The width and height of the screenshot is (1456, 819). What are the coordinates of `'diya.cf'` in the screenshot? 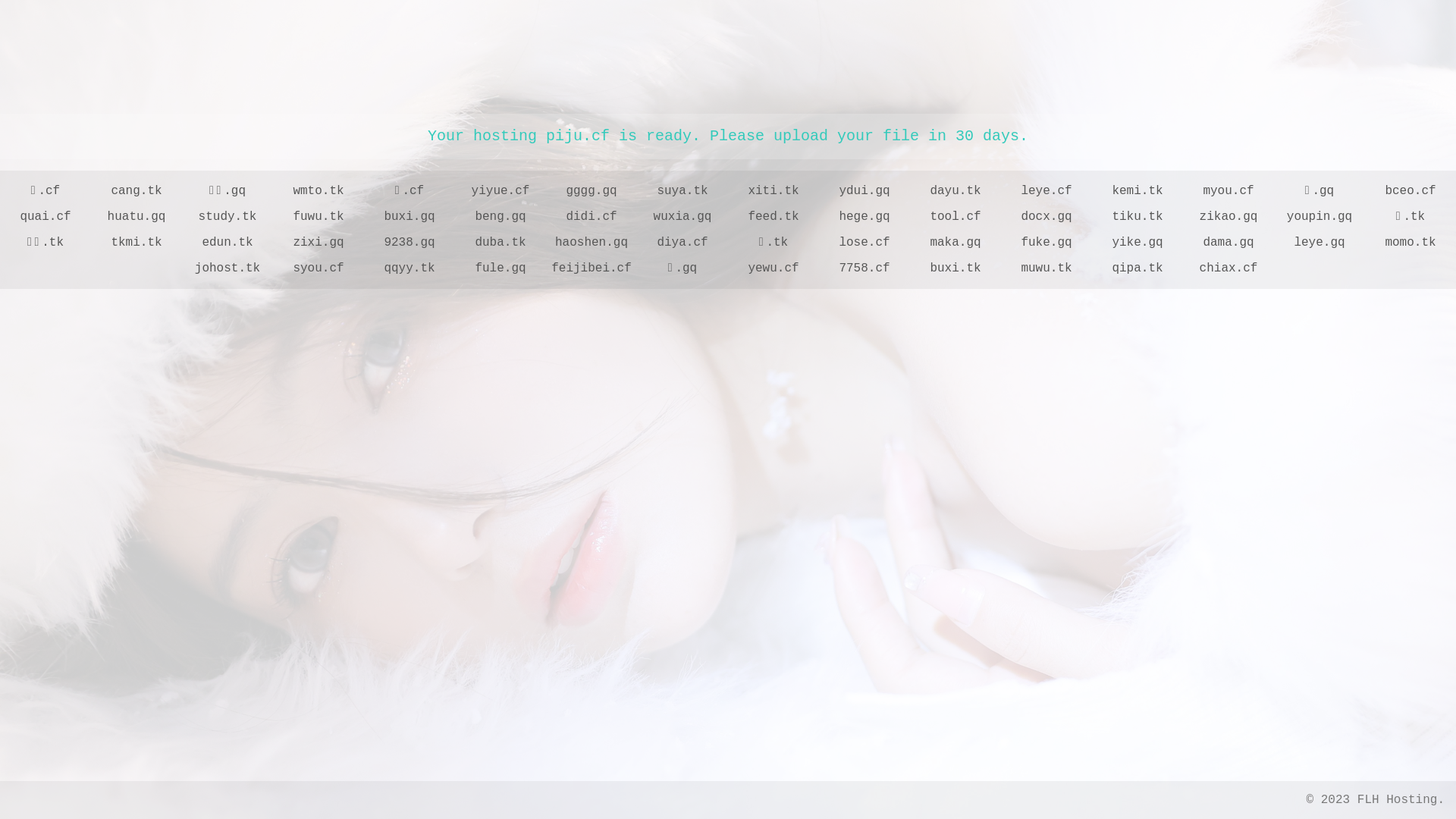 It's located at (682, 242).